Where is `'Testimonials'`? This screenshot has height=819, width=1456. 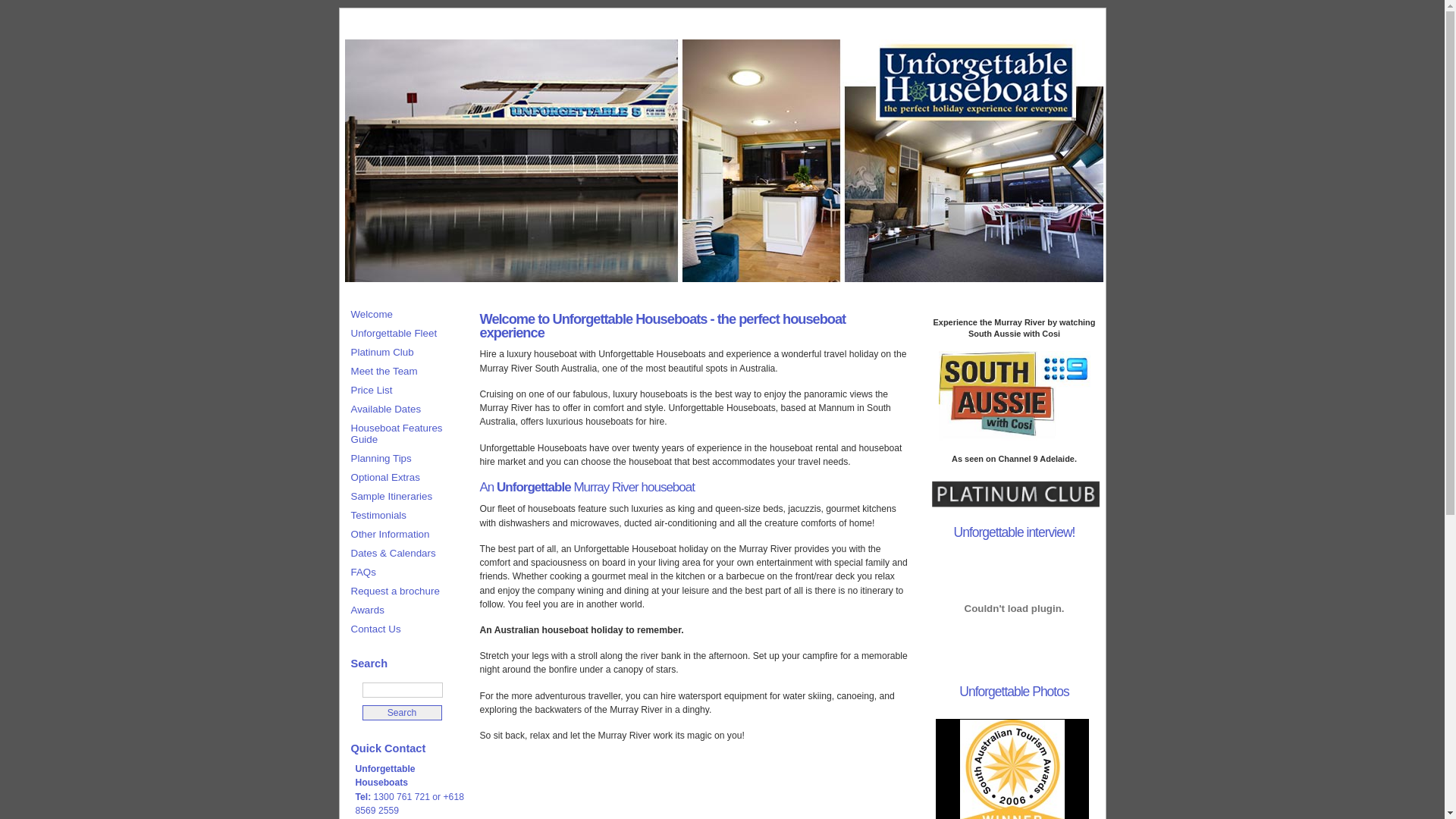 'Testimonials' is located at coordinates (405, 514).